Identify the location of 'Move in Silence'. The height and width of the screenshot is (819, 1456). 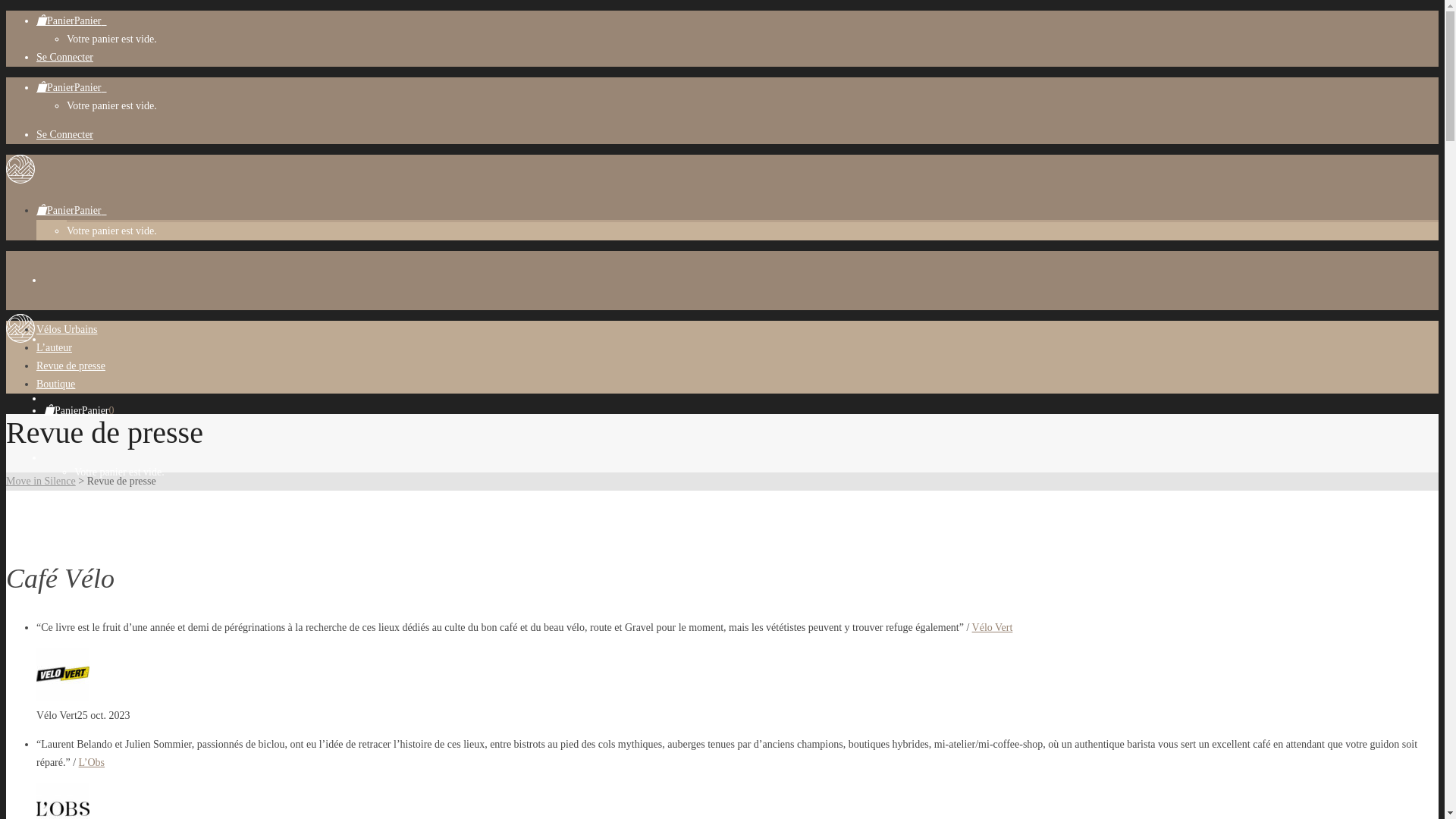
(40, 481).